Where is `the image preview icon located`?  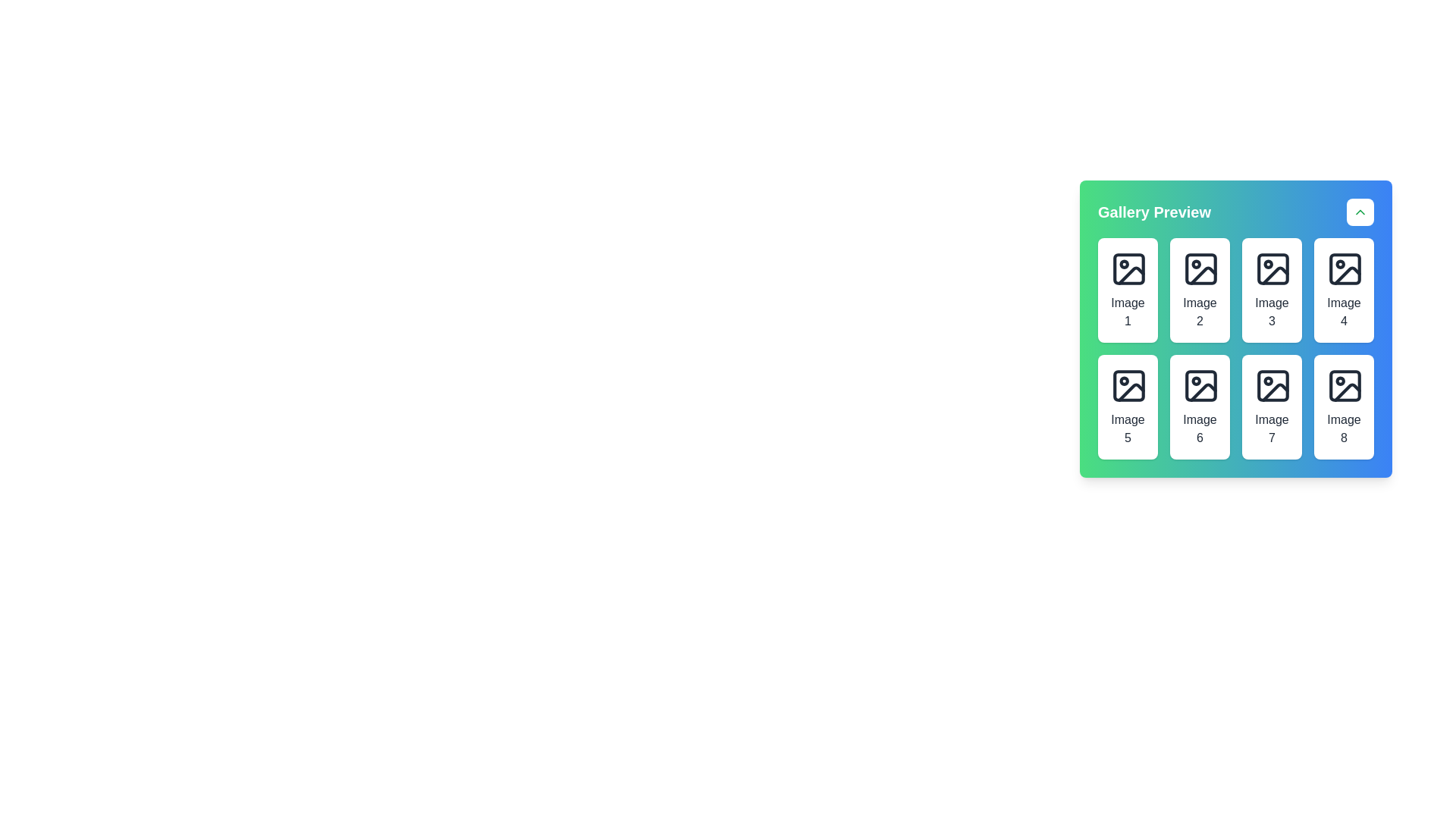 the image preview icon located is located at coordinates (1273, 385).